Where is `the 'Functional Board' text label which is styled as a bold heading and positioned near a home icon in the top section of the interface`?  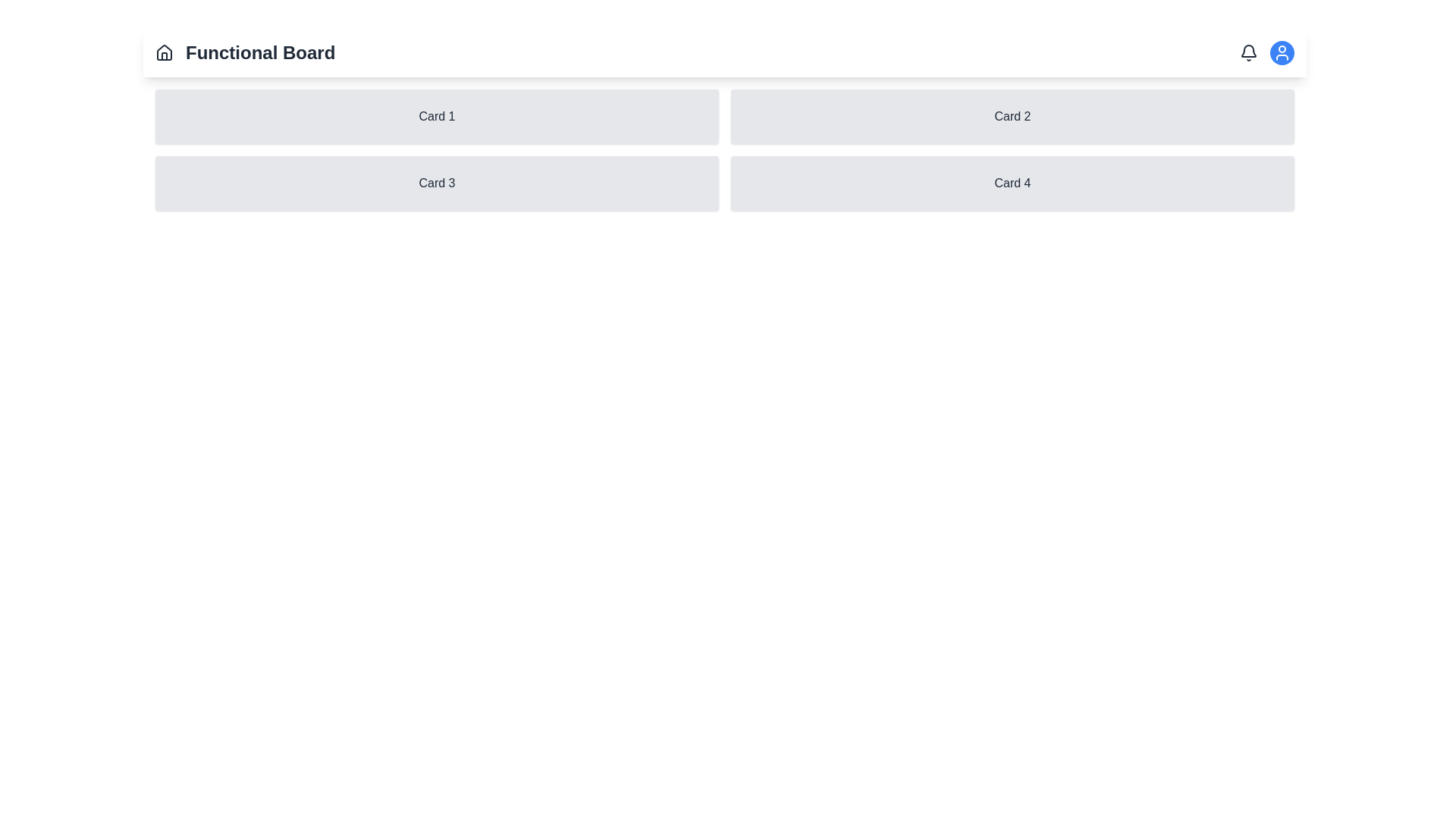
the 'Functional Board' text label which is styled as a bold heading and positioned near a home icon in the top section of the interface is located at coordinates (260, 52).